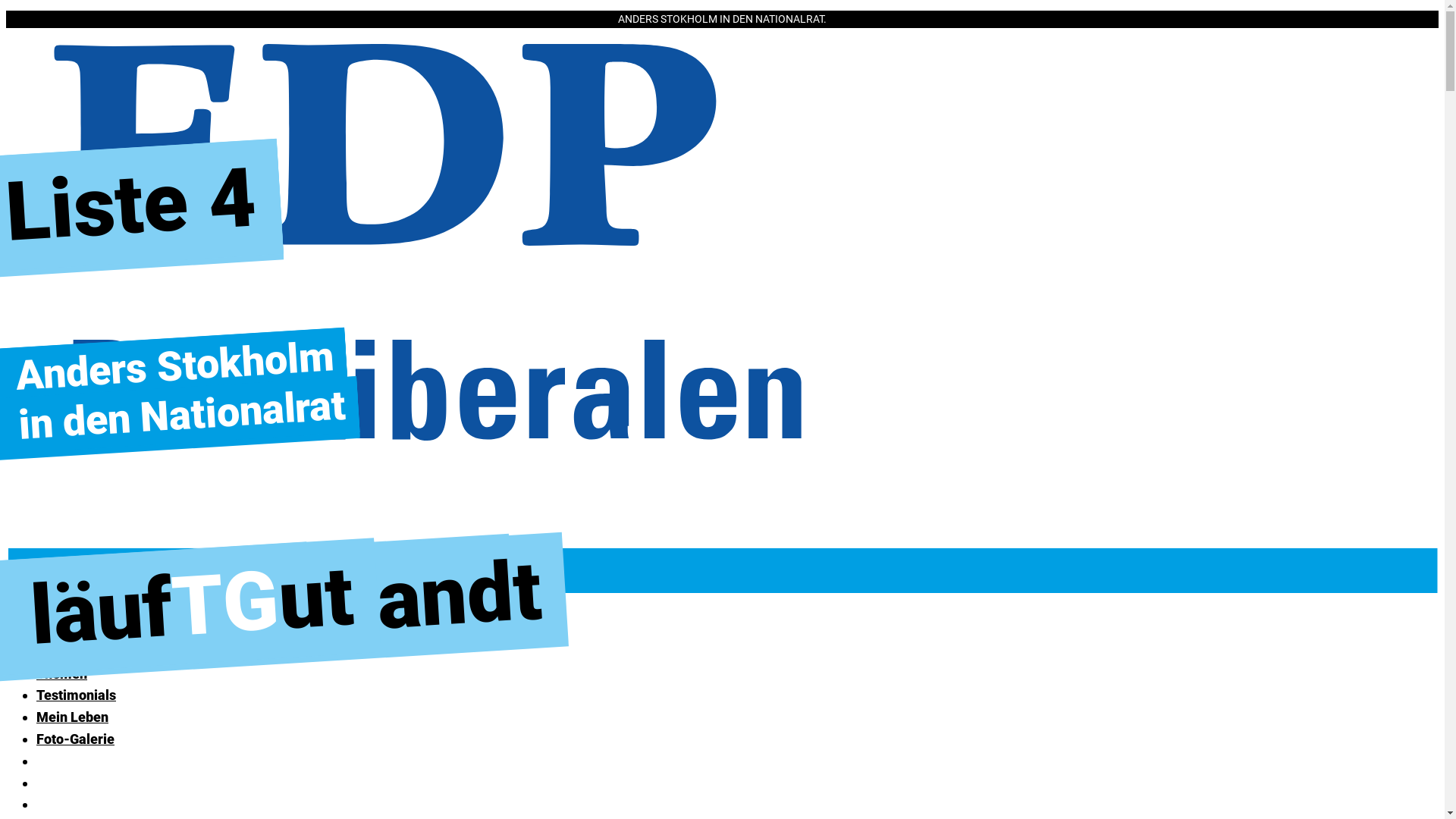  What do you see at coordinates (61, 673) in the screenshot?
I see `'Themen'` at bounding box center [61, 673].